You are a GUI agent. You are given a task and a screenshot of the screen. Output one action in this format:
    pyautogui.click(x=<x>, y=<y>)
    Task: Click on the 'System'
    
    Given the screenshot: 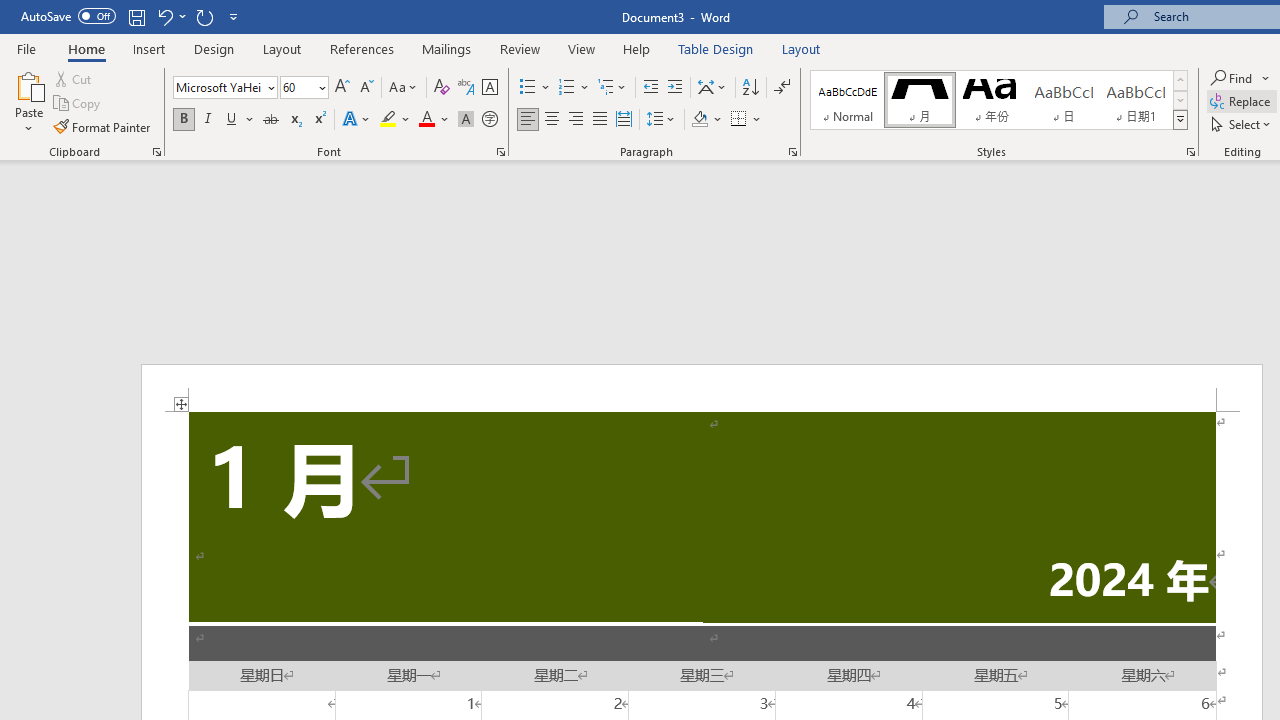 What is the action you would take?
    pyautogui.click(x=10, y=11)
    